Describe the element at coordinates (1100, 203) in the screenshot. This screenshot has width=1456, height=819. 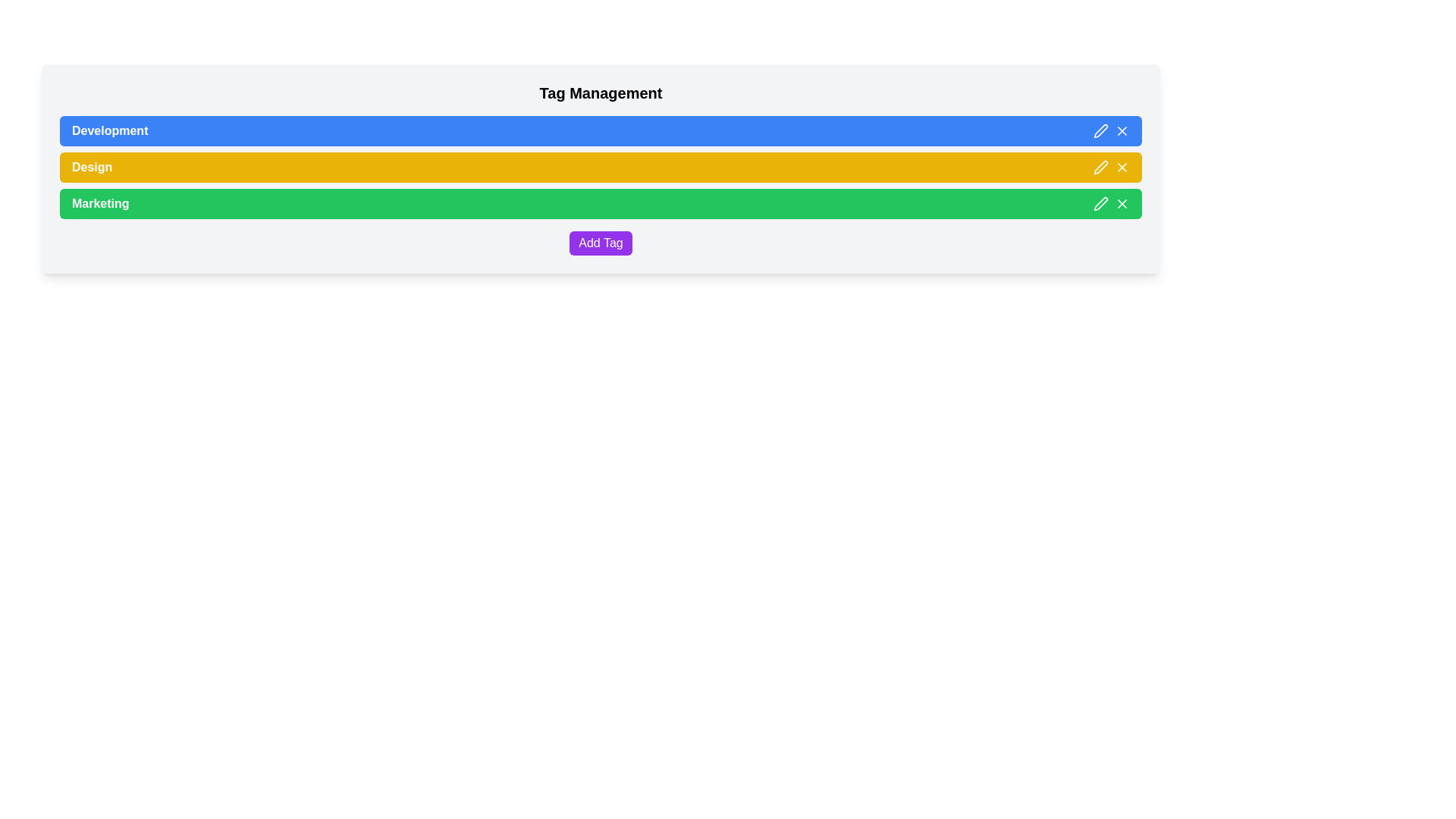
I see `the edit icon button for the 'Marketing' section` at that location.